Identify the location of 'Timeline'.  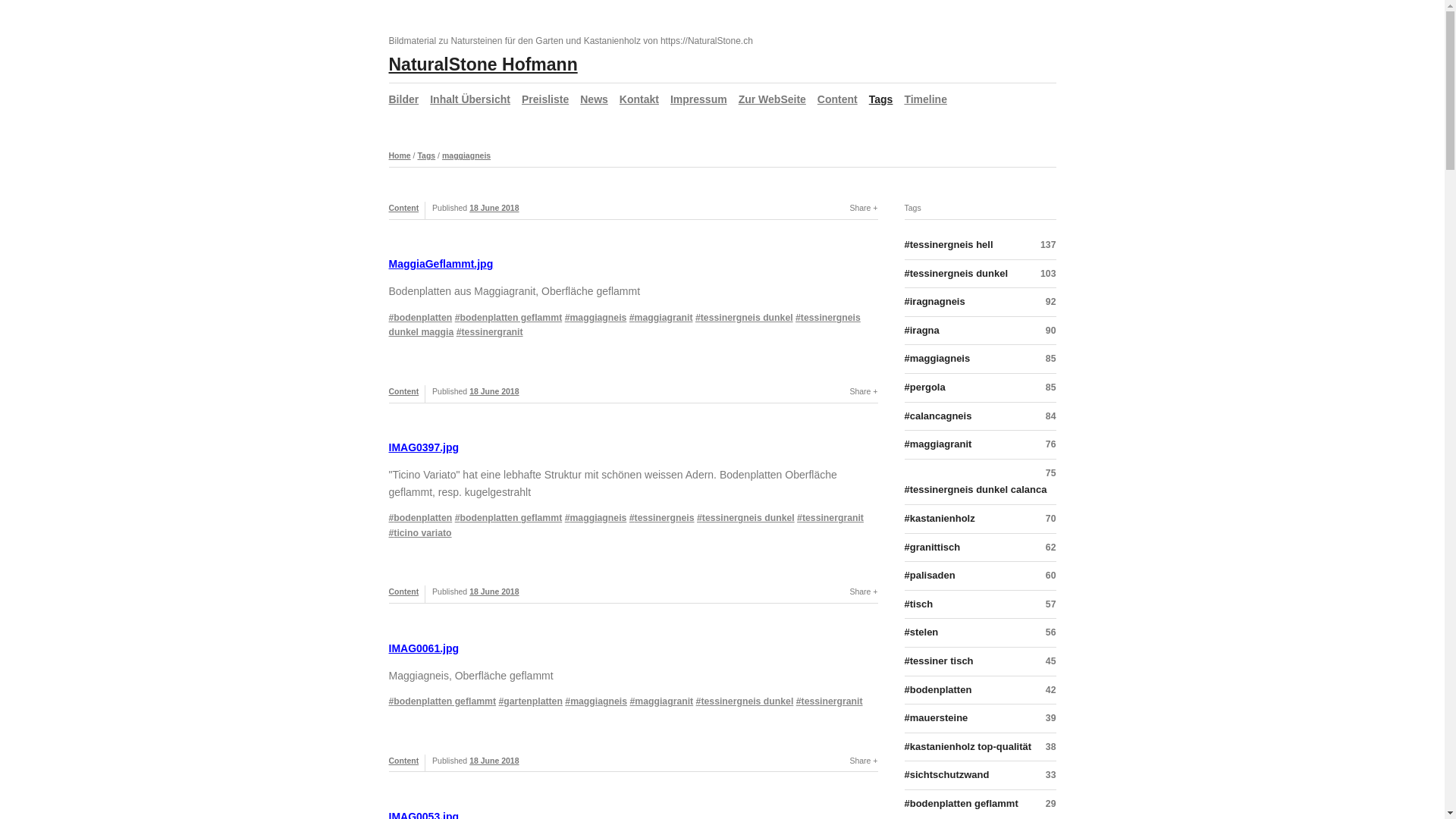
(924, 99).